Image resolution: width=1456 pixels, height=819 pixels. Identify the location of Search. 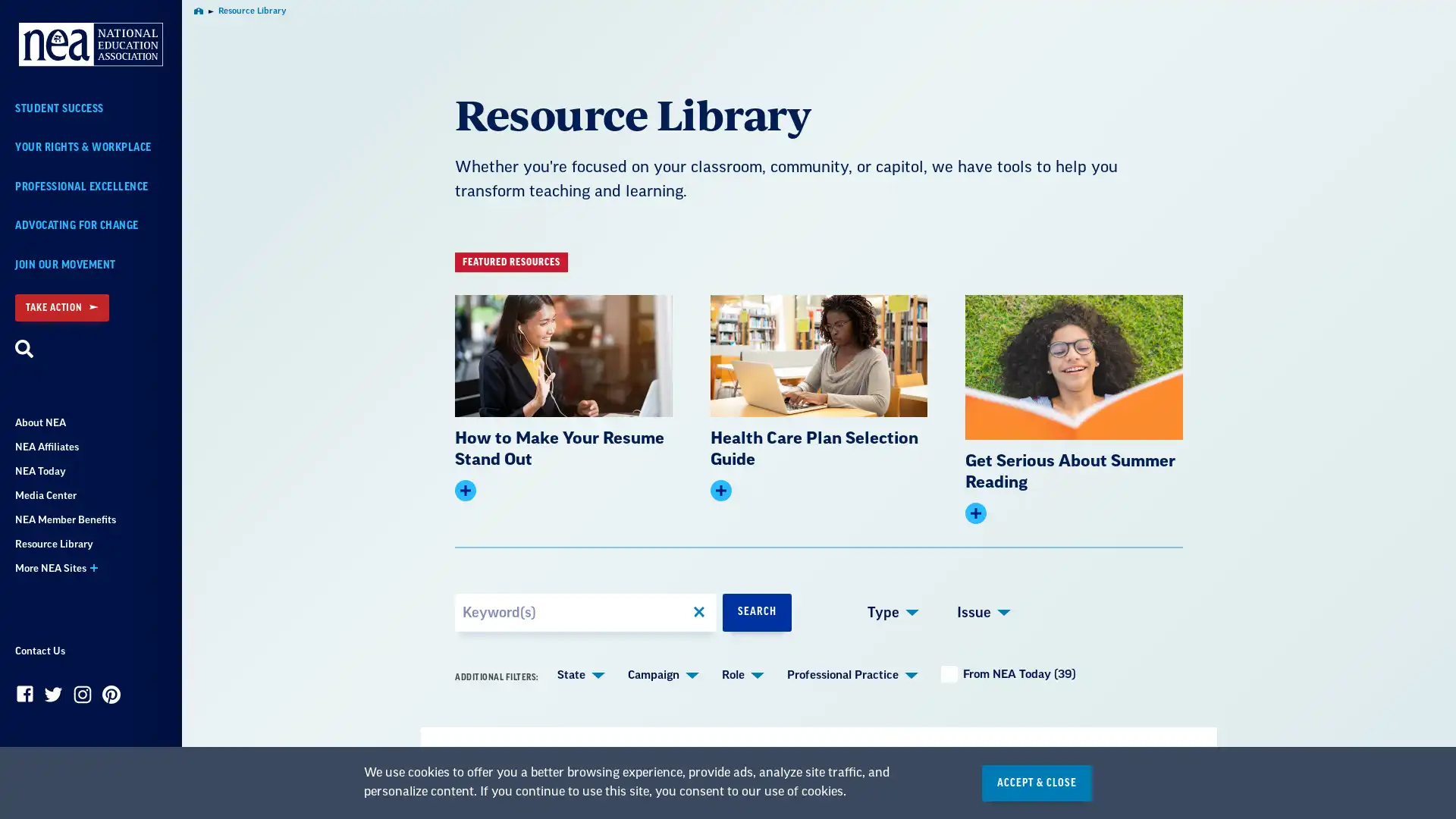
(24, 350).